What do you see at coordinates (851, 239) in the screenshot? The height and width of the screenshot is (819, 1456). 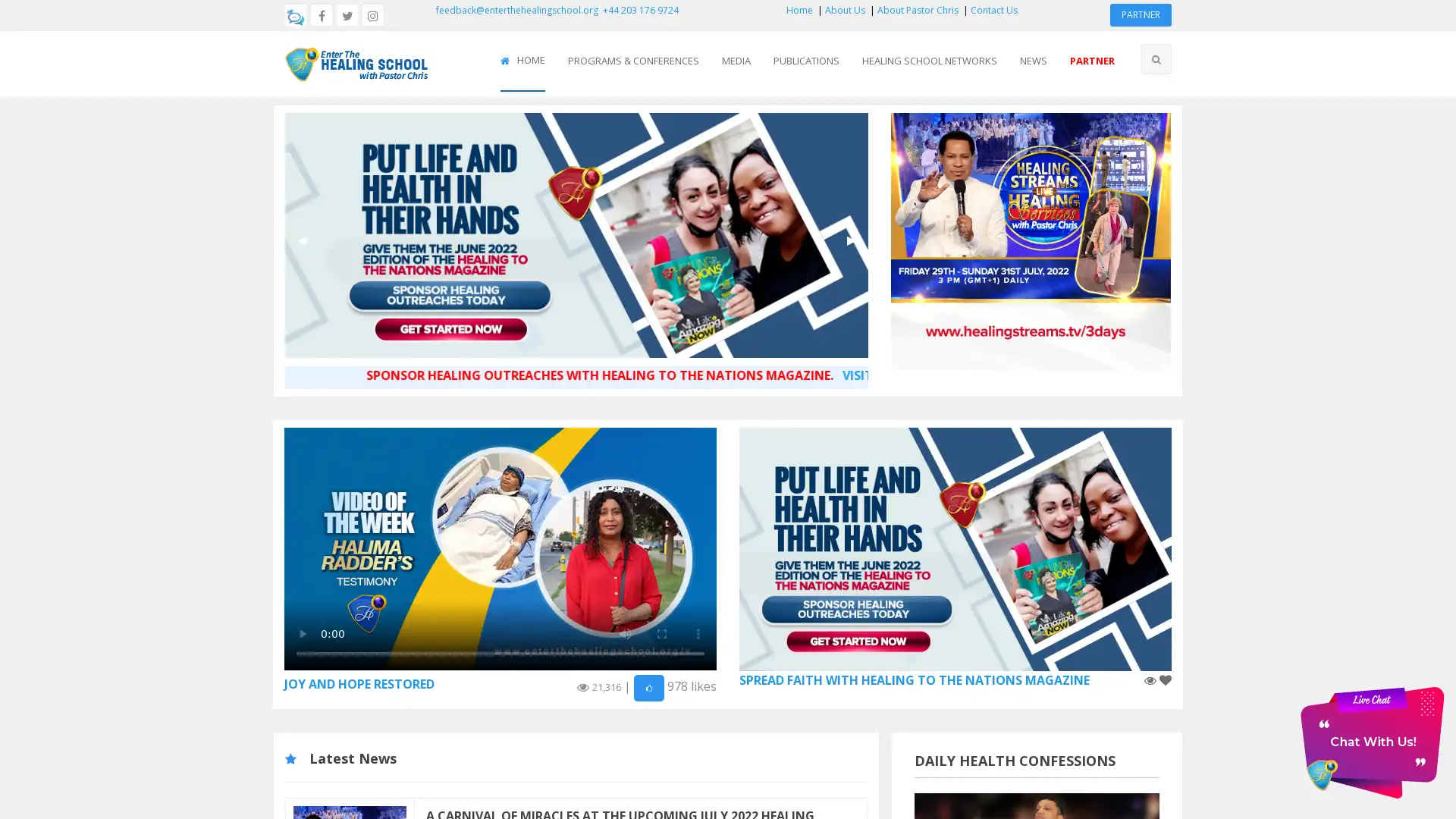 I see `Next Slide` at bounding box center [851, 239].